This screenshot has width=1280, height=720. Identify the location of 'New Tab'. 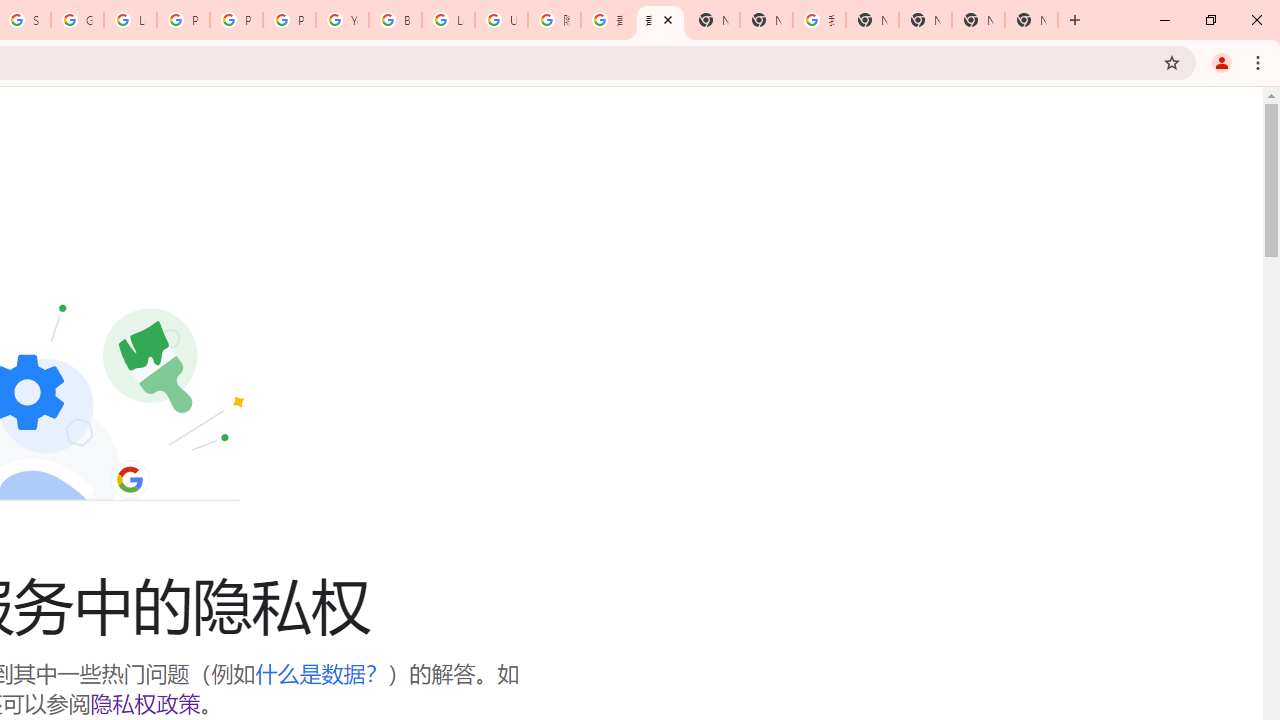
(1031, 20).